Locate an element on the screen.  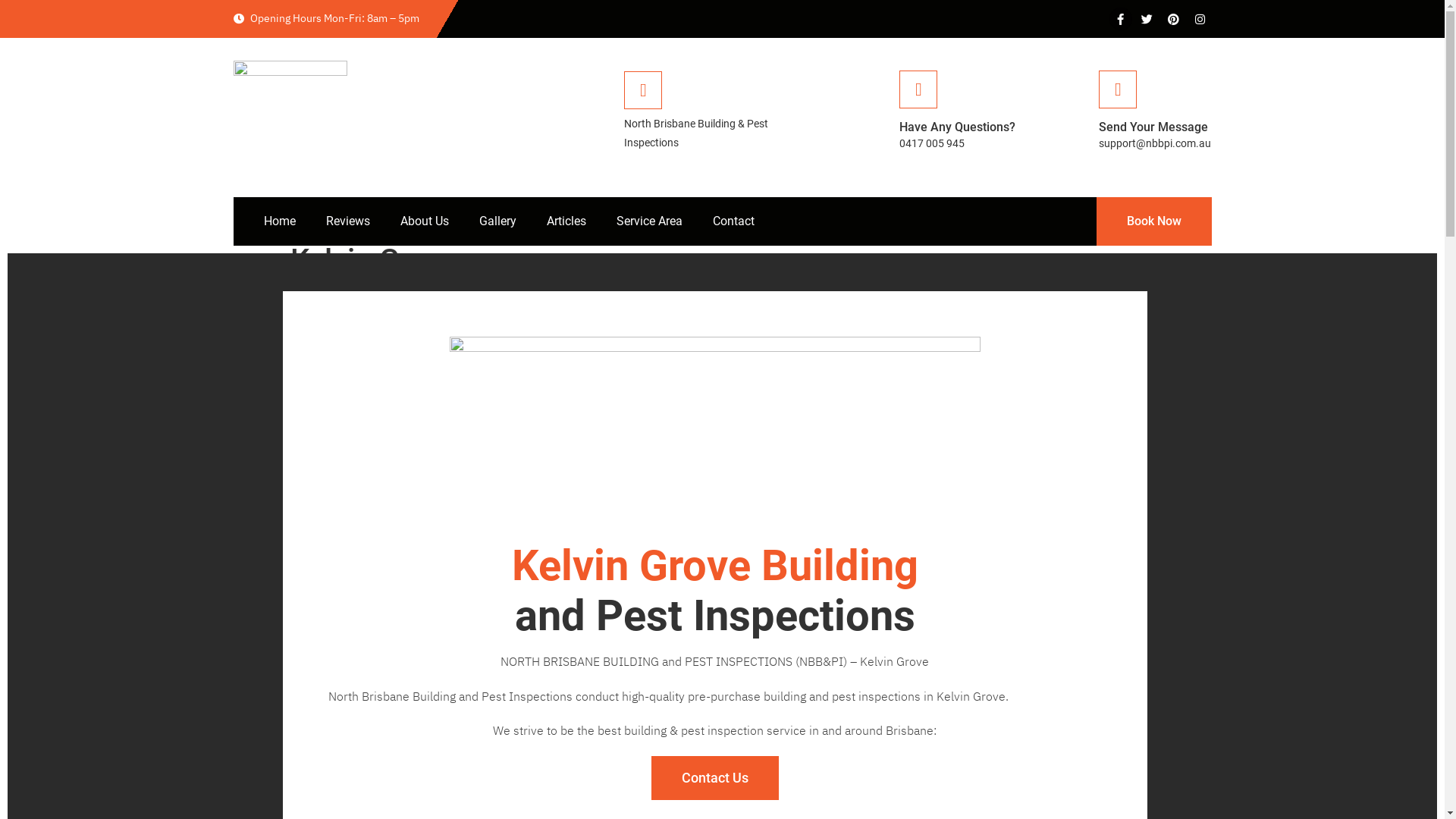
'Home' is located at coordinates (280, 221).